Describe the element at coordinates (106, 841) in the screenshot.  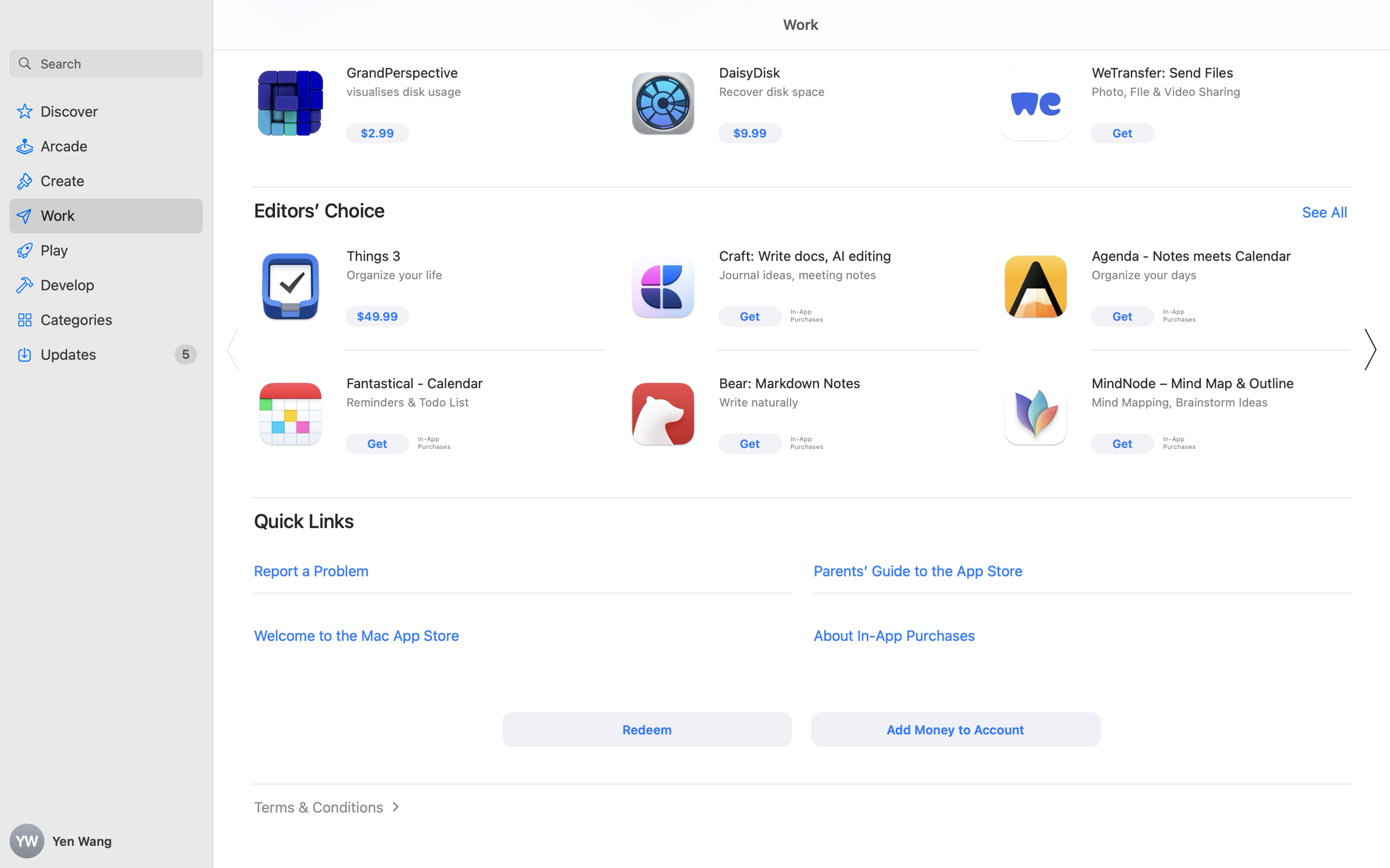
I see `'Yen Wang'` at that location.